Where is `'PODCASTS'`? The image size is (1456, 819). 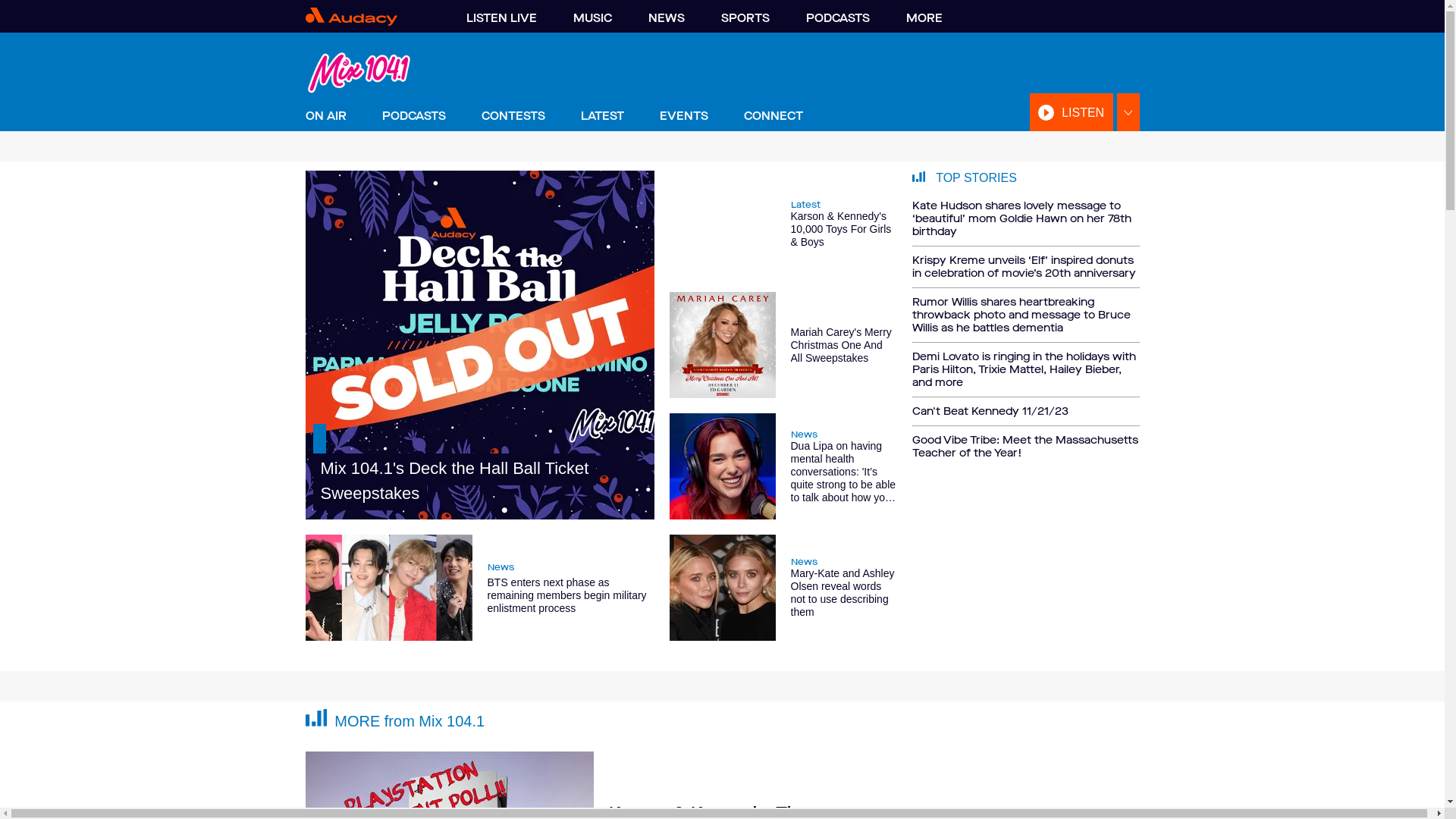
'PODCASTS' is located at coordinates (414, 115).